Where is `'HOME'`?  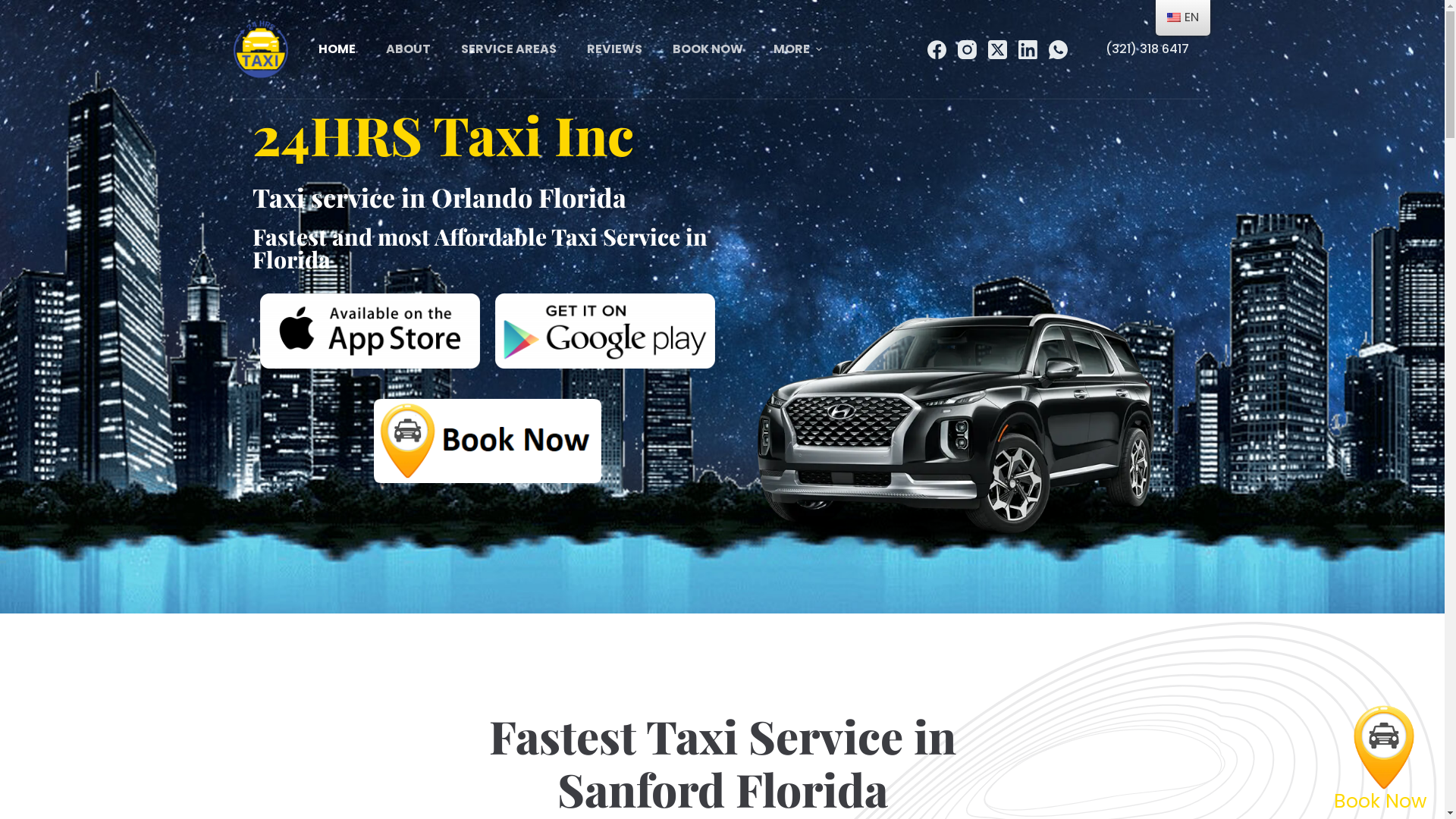
'HOME' is located at coordinates (336, 49).